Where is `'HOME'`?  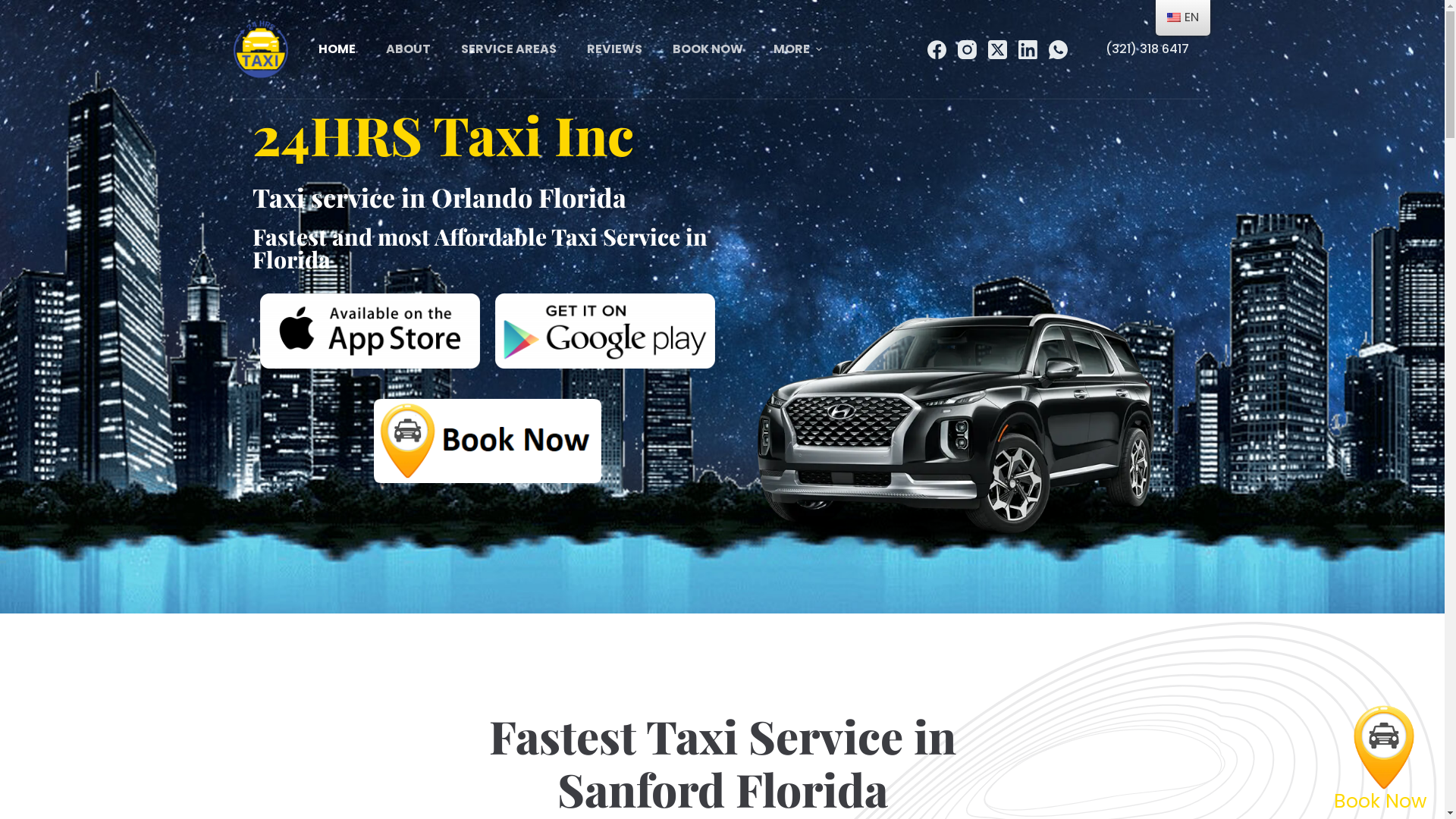
'HOME' is located at coordinates (336, 49).